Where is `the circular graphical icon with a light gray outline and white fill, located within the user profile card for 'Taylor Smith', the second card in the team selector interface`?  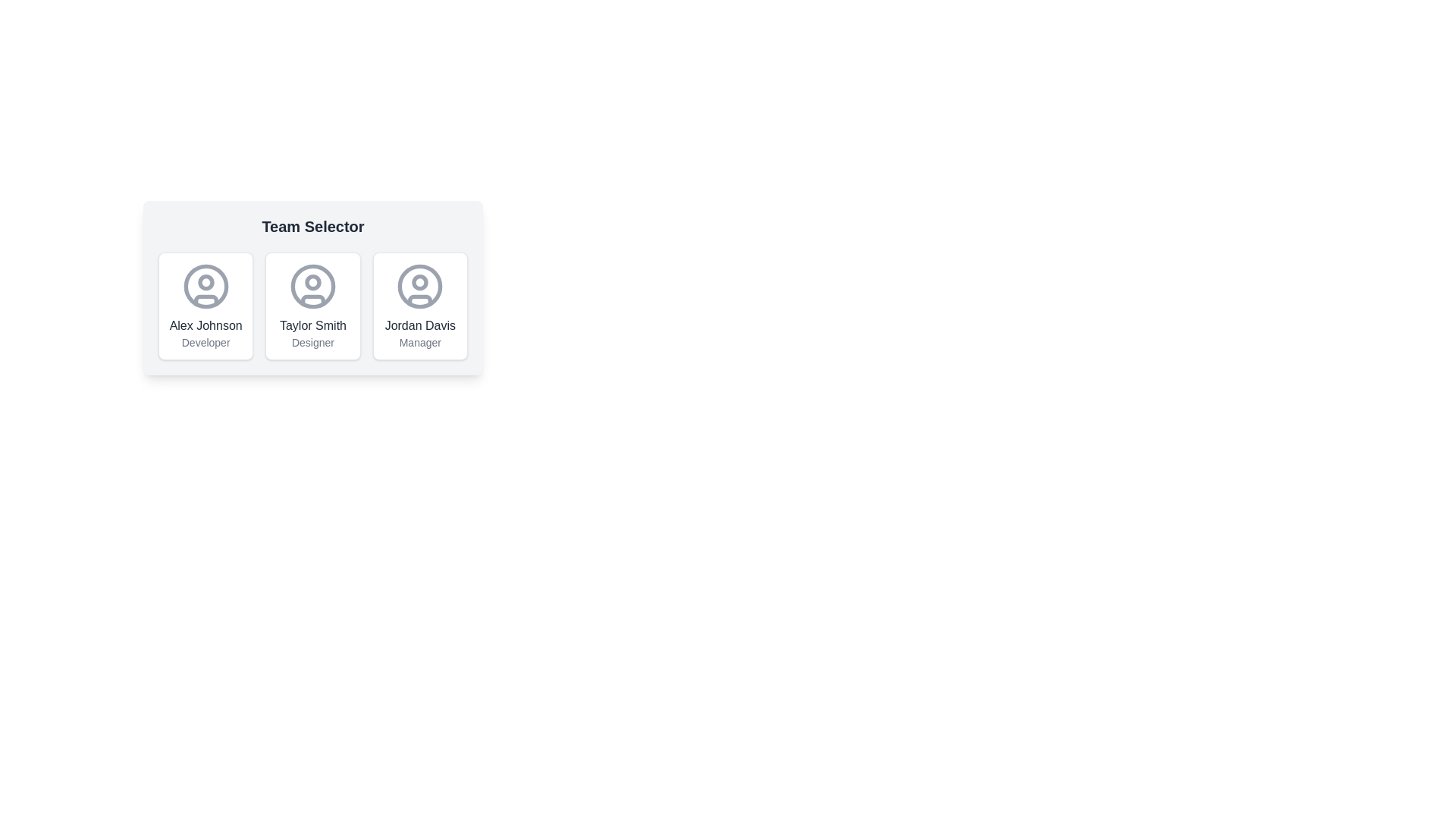 the circular graphical icon with a light gray outline and white fill, located within the user profile card for 'Taylor Smith', the second card in the team selector interface is located at coordinates (312, 287).